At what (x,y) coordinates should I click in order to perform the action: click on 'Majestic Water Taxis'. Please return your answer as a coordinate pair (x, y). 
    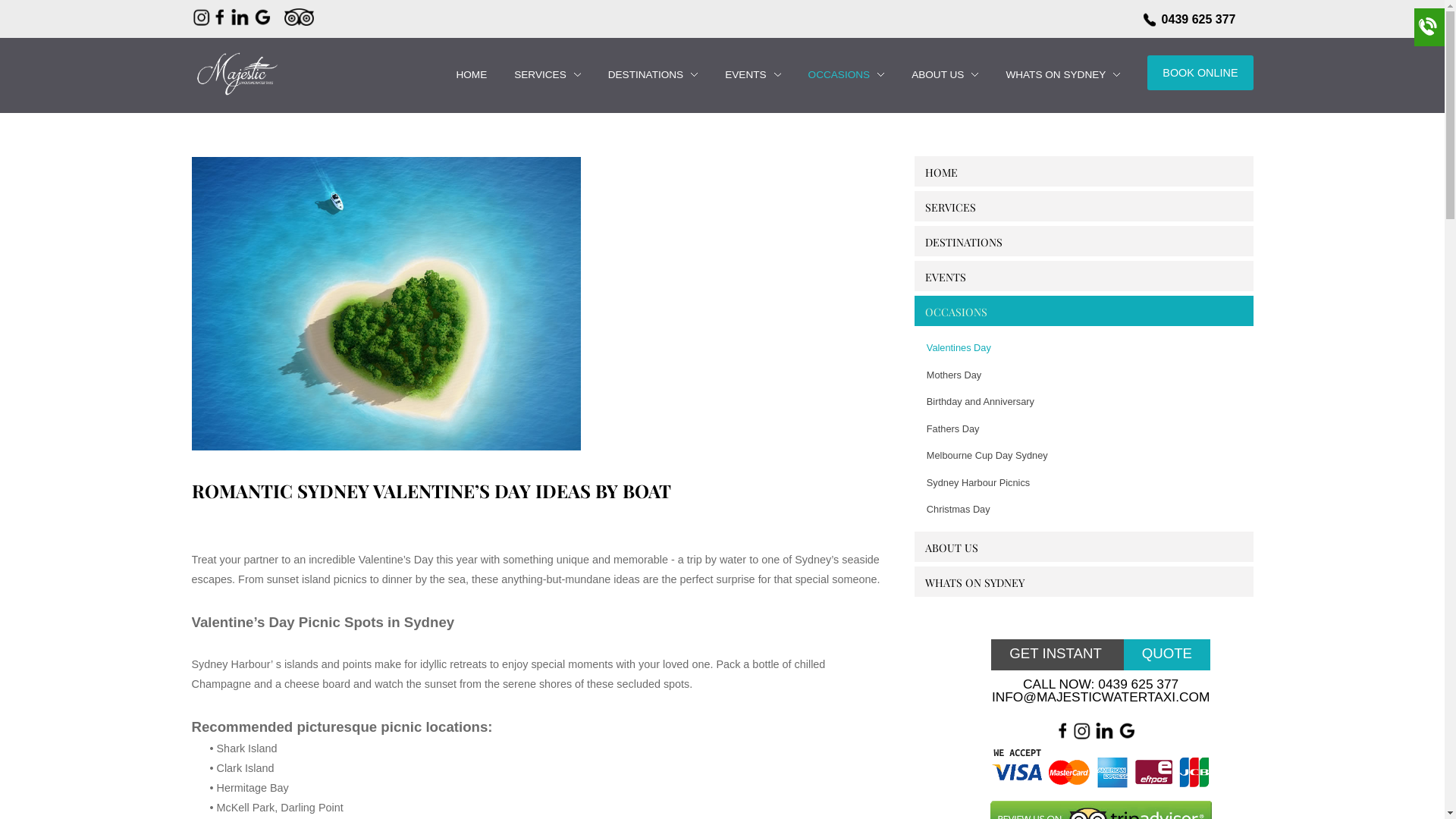
    Looking at the image, I should click on (234, 73).